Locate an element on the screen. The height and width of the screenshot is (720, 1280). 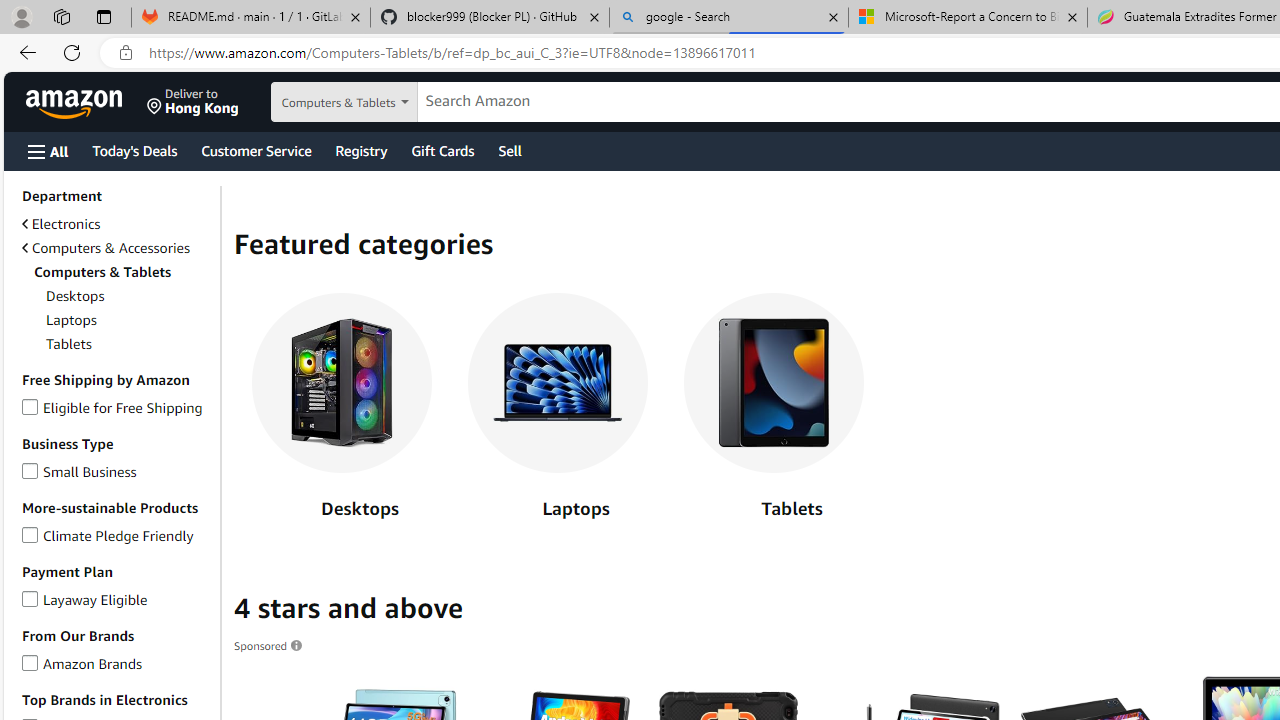
'Open Menu' is located at coordinates (48, 150).